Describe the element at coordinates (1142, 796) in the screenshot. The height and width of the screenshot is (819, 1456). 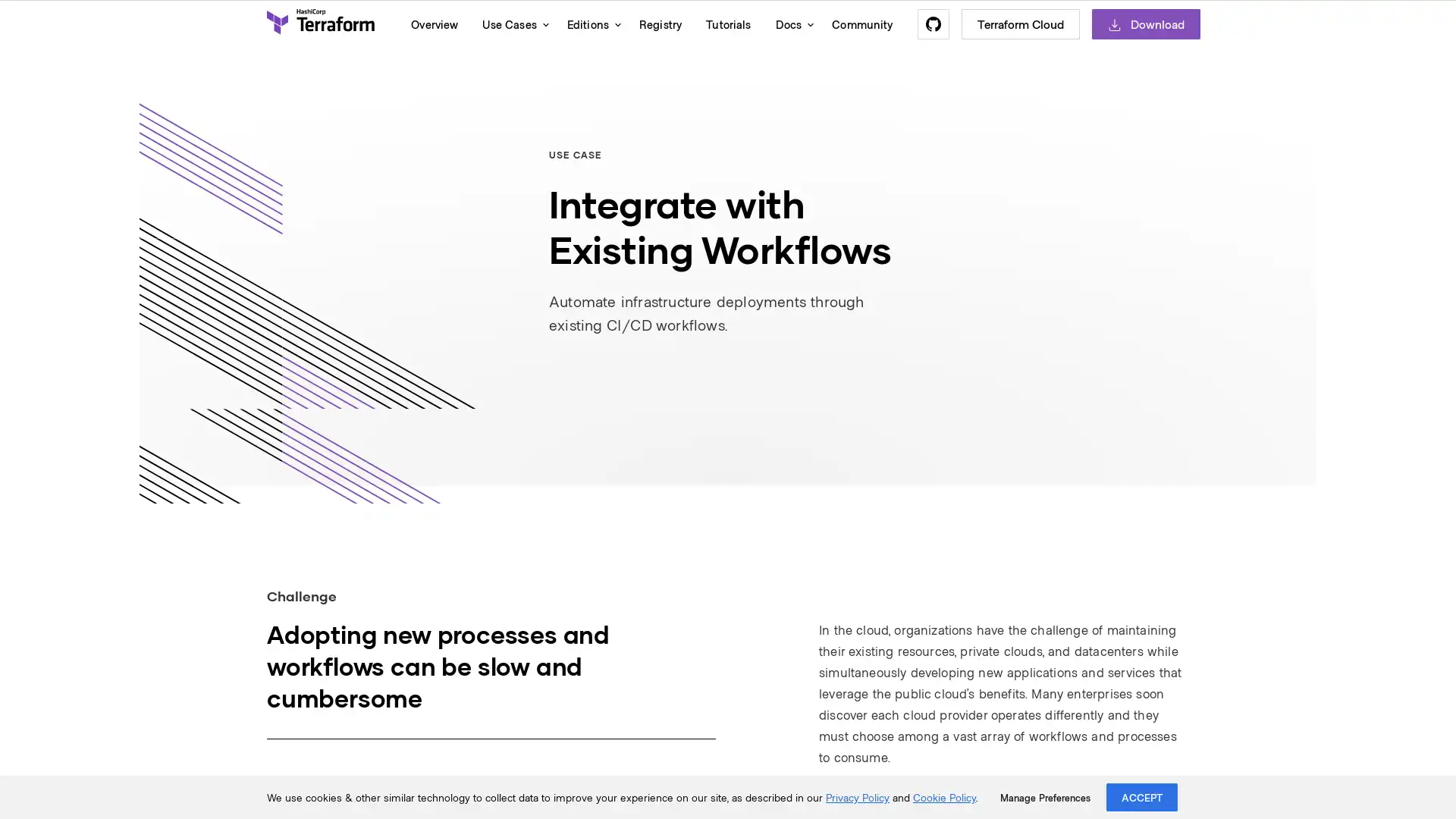
I see `ACCEPT` at that location.